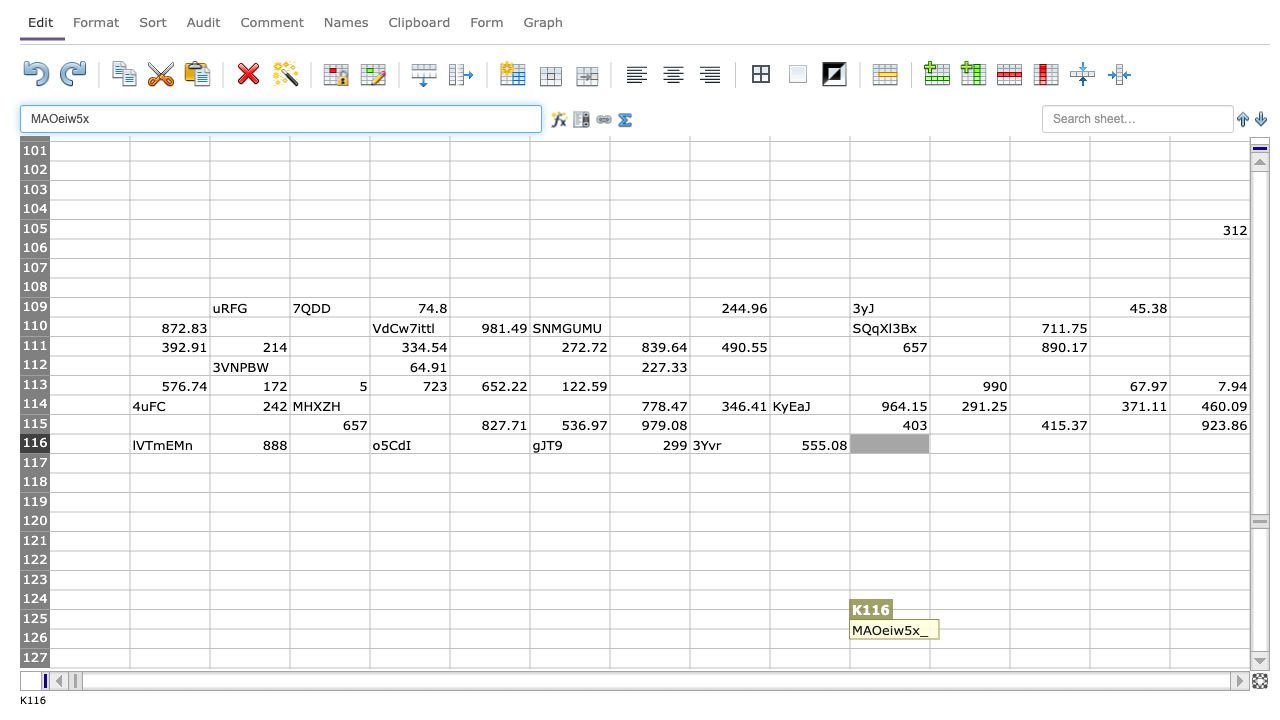 Image resolution: width=1280 pixels, height=720 pixels. What do you see at coordinates (969, 638) in the screenshot?
I see `column L row 126` at bounding box center [969, 638].